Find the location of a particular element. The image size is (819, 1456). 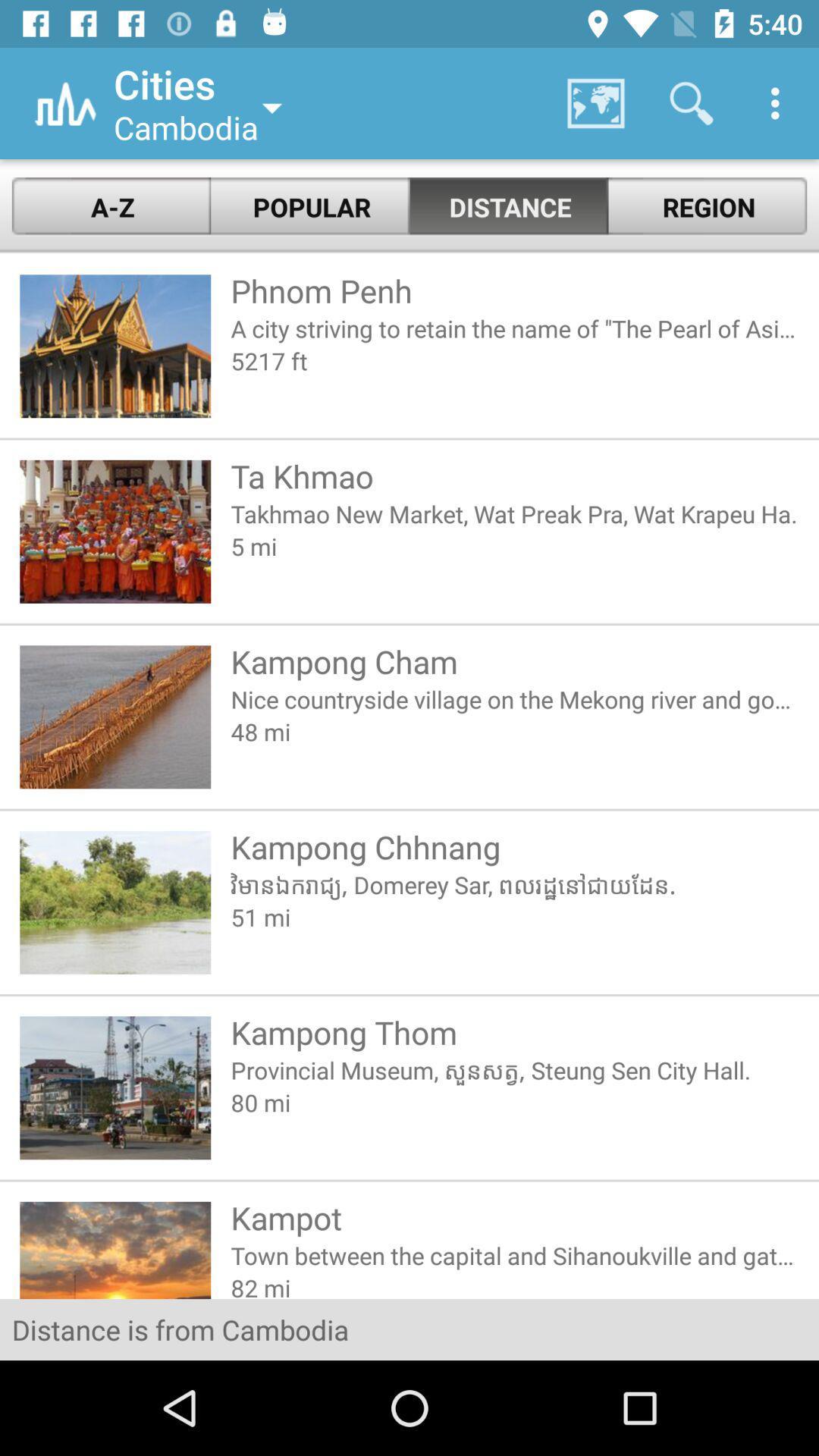

the 82 mi is located at coordinates (514, 1284).